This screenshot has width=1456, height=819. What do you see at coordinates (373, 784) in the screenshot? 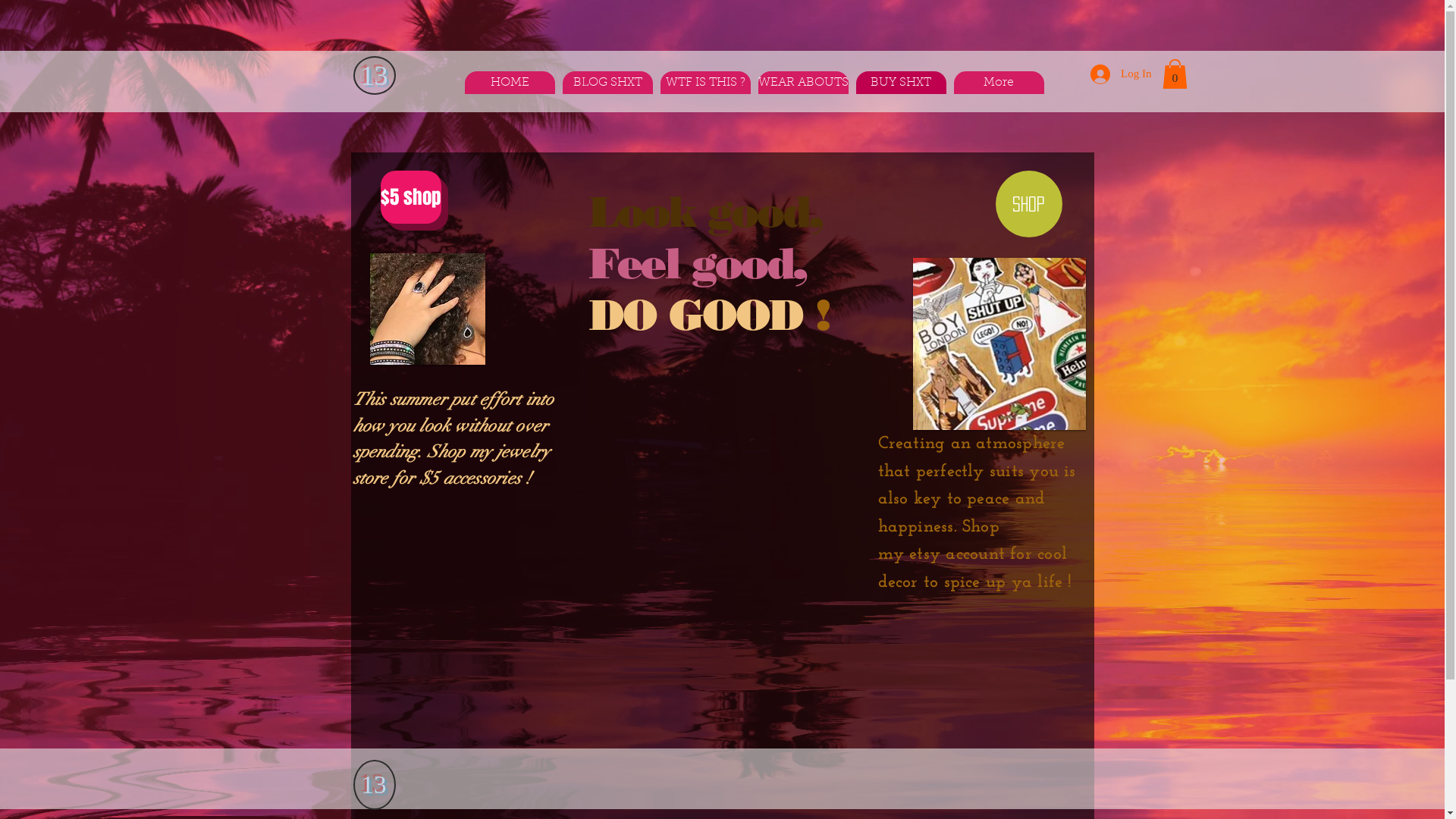
I see `'13'` at bounding box center [373, 784].